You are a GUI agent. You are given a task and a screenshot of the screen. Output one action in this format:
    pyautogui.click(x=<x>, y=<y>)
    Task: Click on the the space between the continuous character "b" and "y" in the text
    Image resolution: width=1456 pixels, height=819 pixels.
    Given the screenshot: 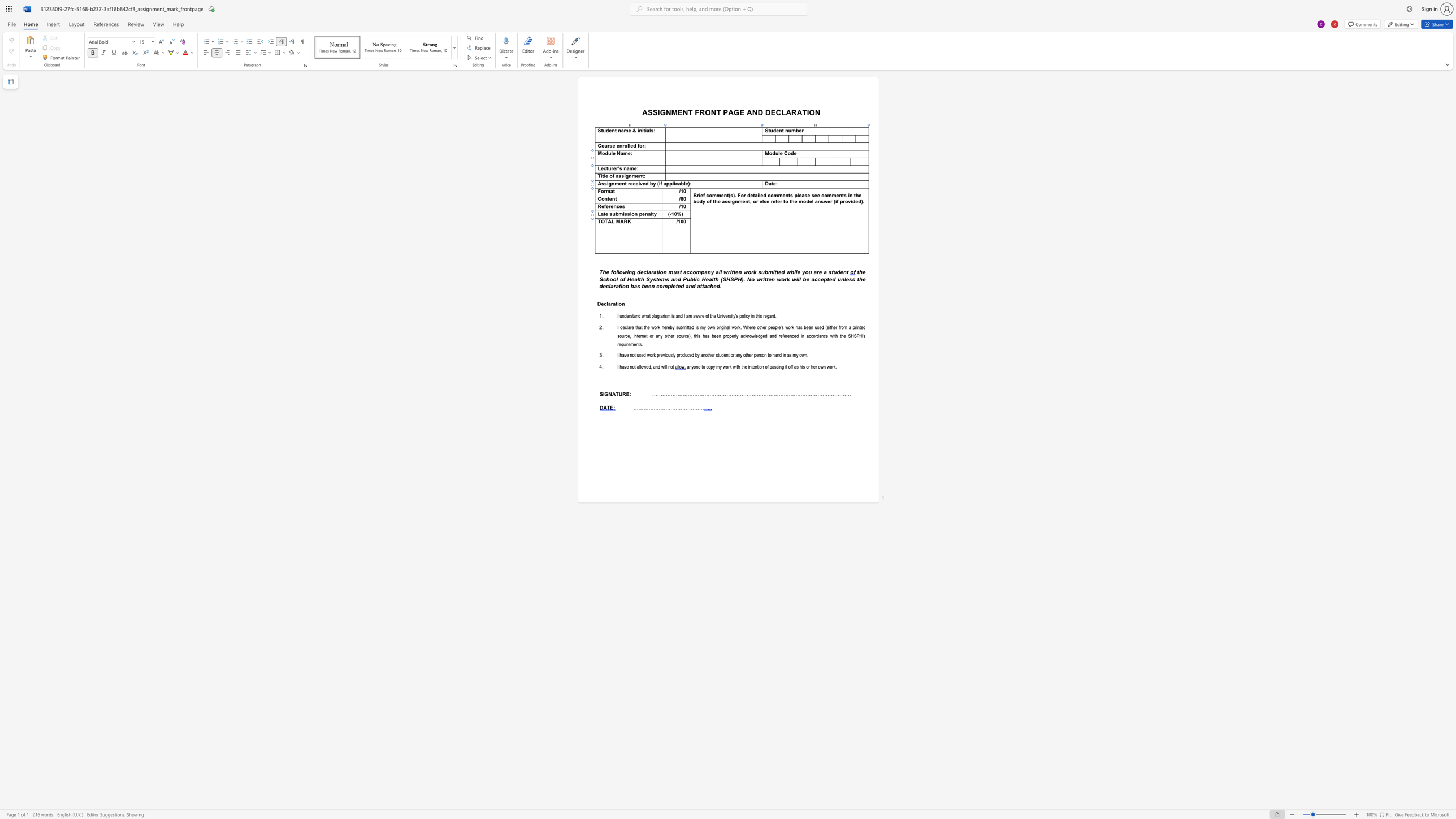 What is the action you would take?
    pyautogui.click(x=672, y=327)
    